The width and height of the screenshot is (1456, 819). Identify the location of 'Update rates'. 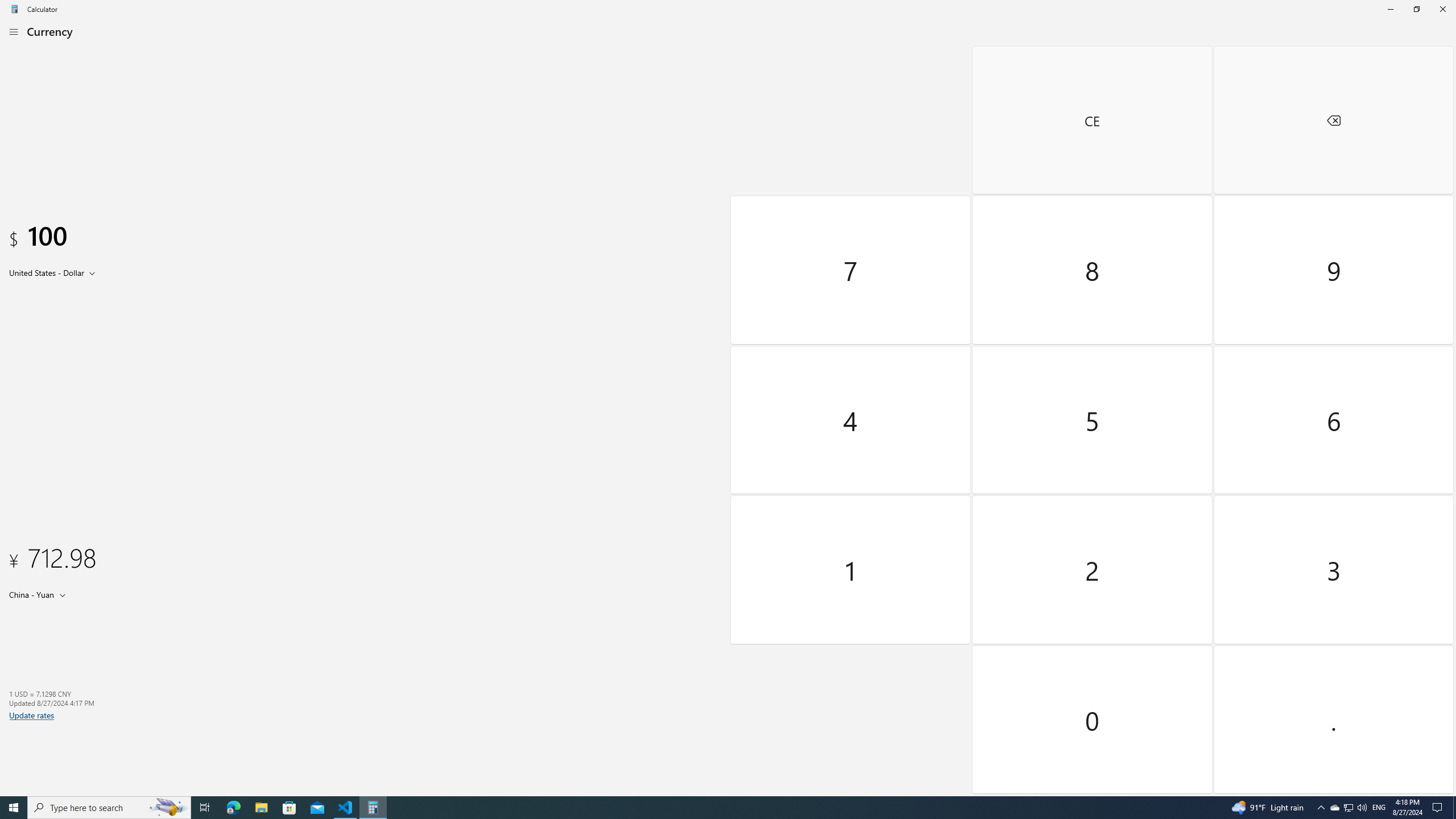
(32, 714).